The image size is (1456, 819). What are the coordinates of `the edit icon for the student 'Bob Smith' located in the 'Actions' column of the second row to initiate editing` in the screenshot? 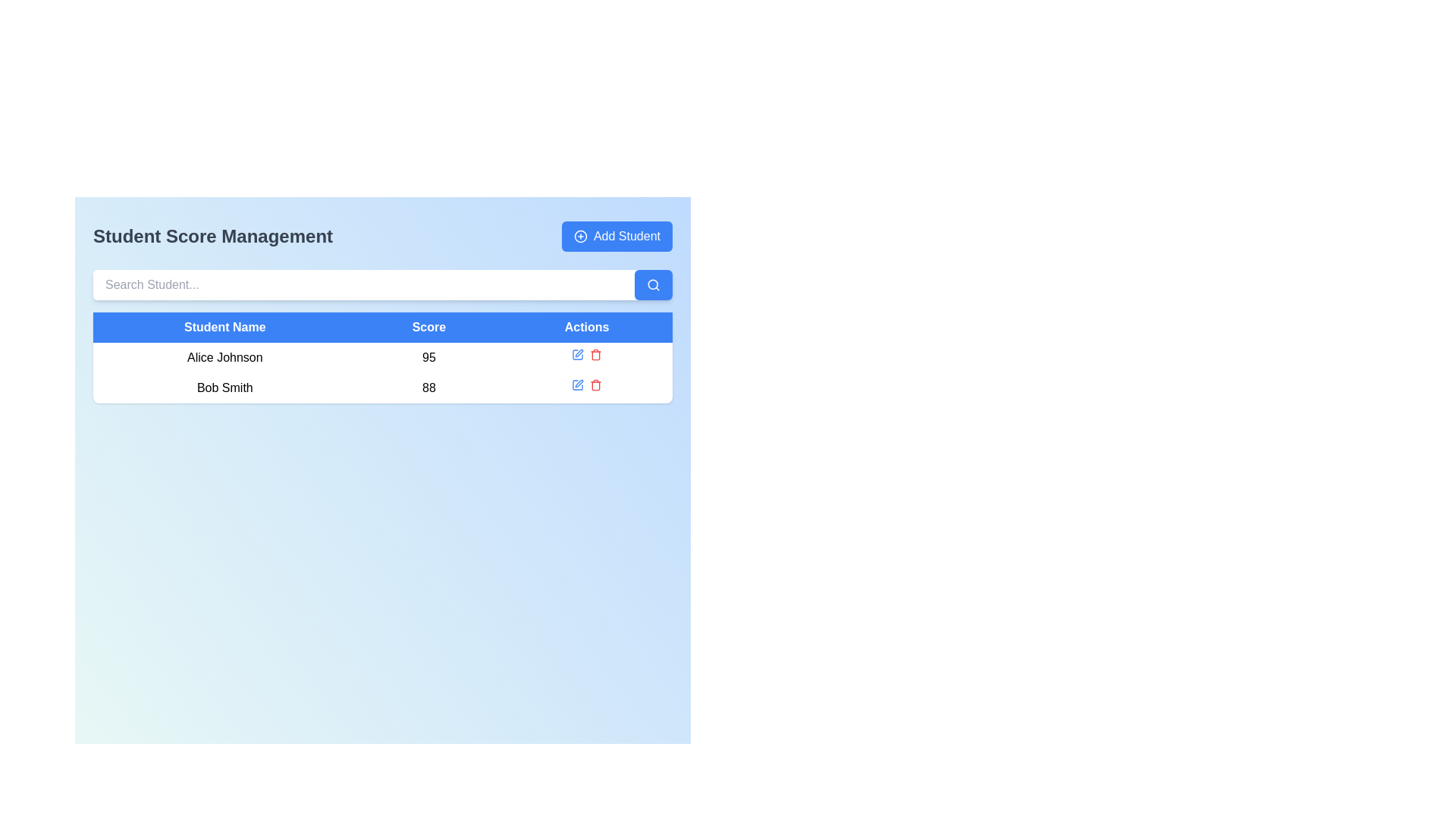 It's located at (578, 382).